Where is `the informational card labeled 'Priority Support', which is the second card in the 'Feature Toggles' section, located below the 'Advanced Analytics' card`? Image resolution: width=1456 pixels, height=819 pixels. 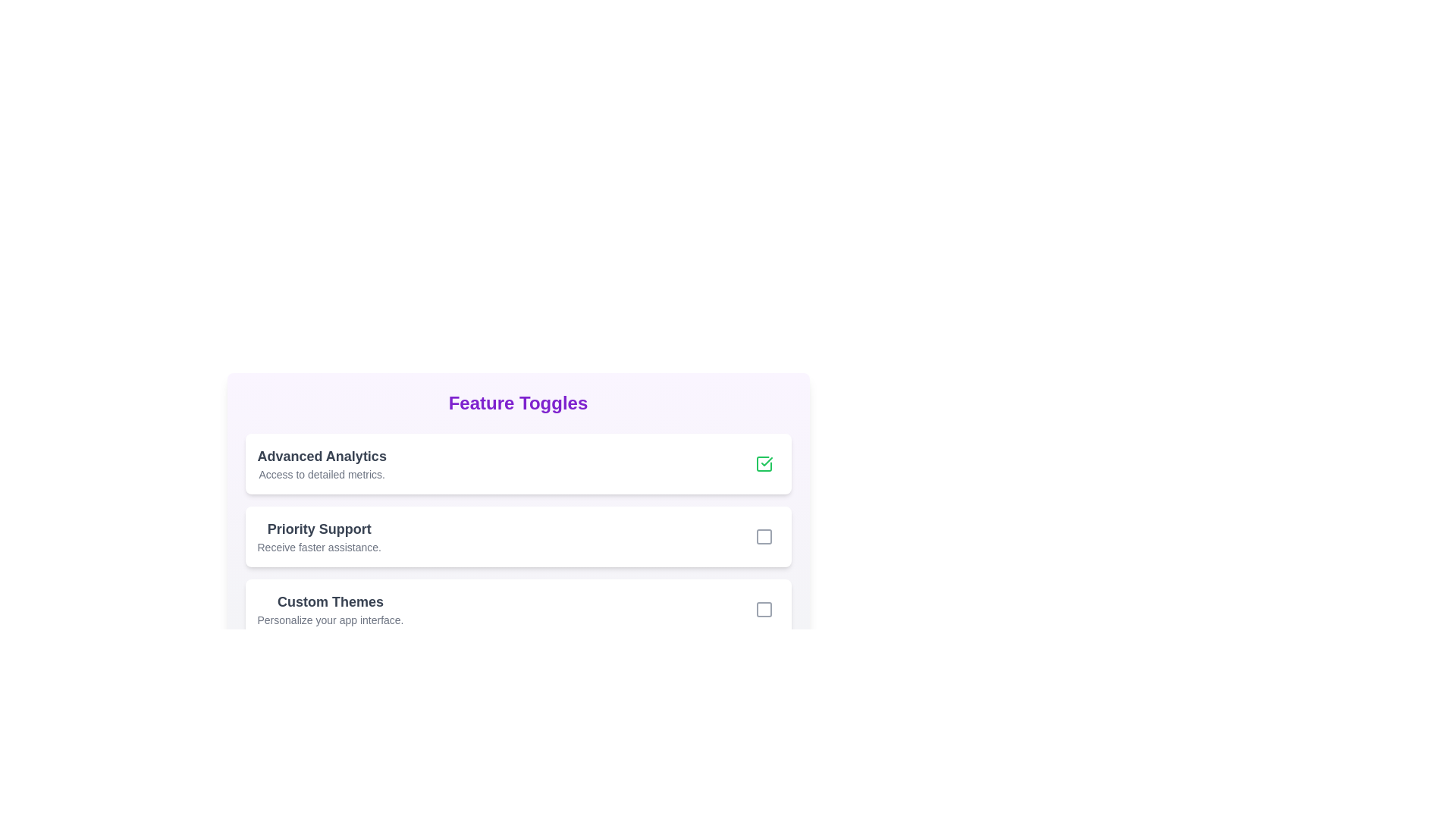 the informational card labeled 'Priority Support', which is the second card in the 'Feature Toggles' section, located below the 'Advanced Analytics' card is located at coordinates (518, 514).